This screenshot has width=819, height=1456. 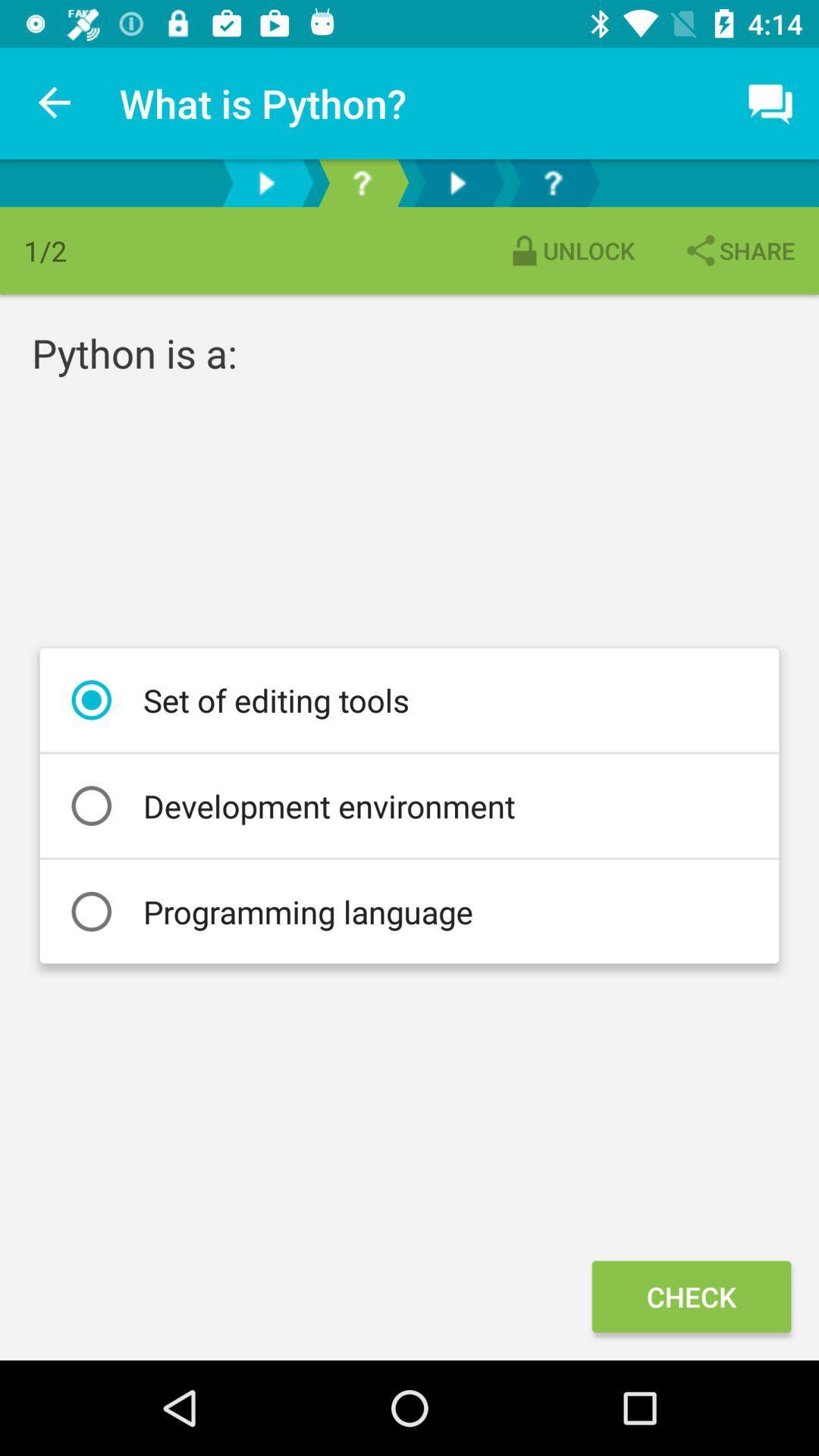 What do you see at coordinates (738, 250) in the screenshot?
I see `share` at bounding box center [738, 250].